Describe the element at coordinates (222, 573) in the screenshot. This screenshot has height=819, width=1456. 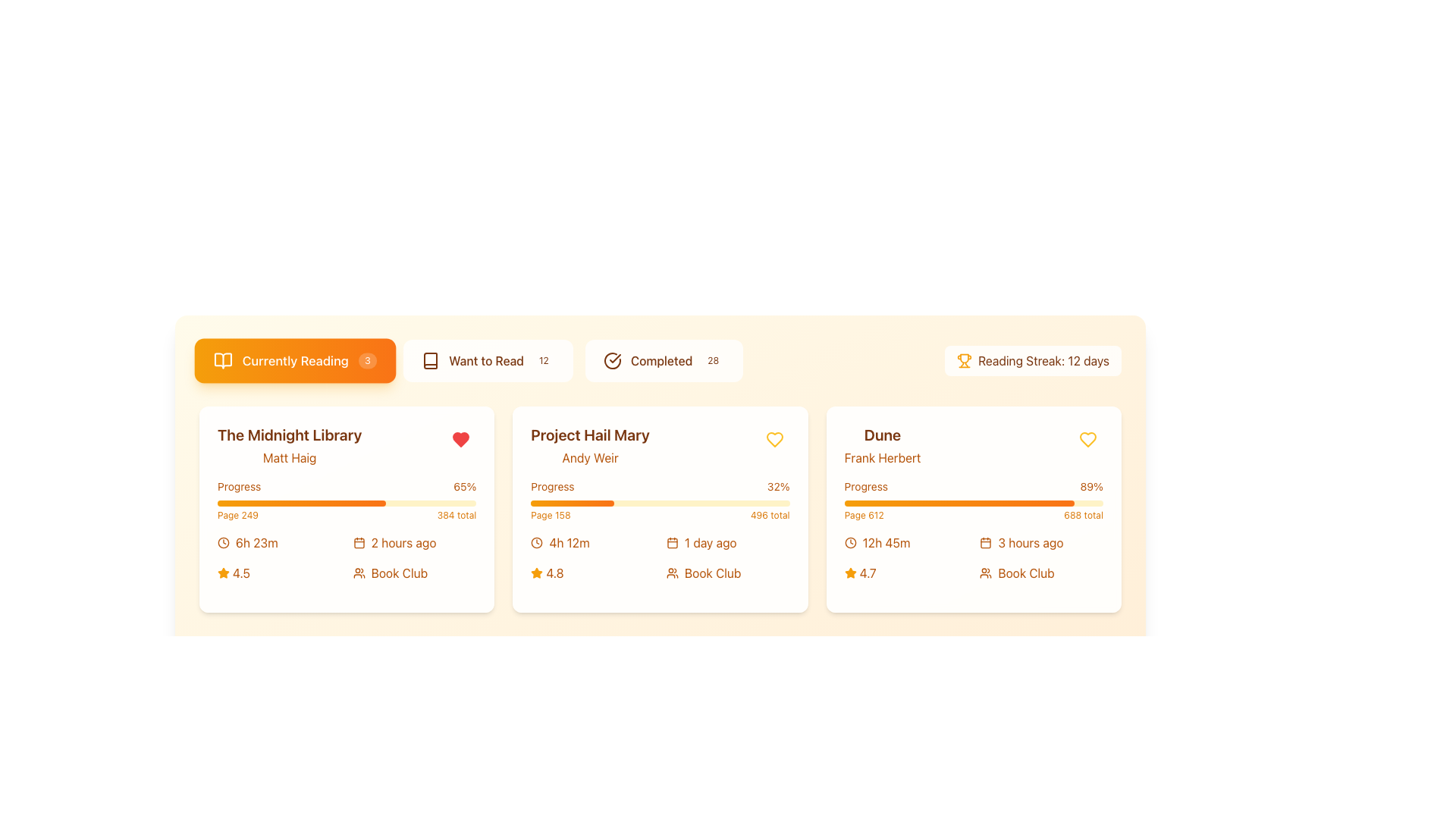
I see `the rating or favorite star icon located at the bottom part of 'The Midnight Library' card` at that location.